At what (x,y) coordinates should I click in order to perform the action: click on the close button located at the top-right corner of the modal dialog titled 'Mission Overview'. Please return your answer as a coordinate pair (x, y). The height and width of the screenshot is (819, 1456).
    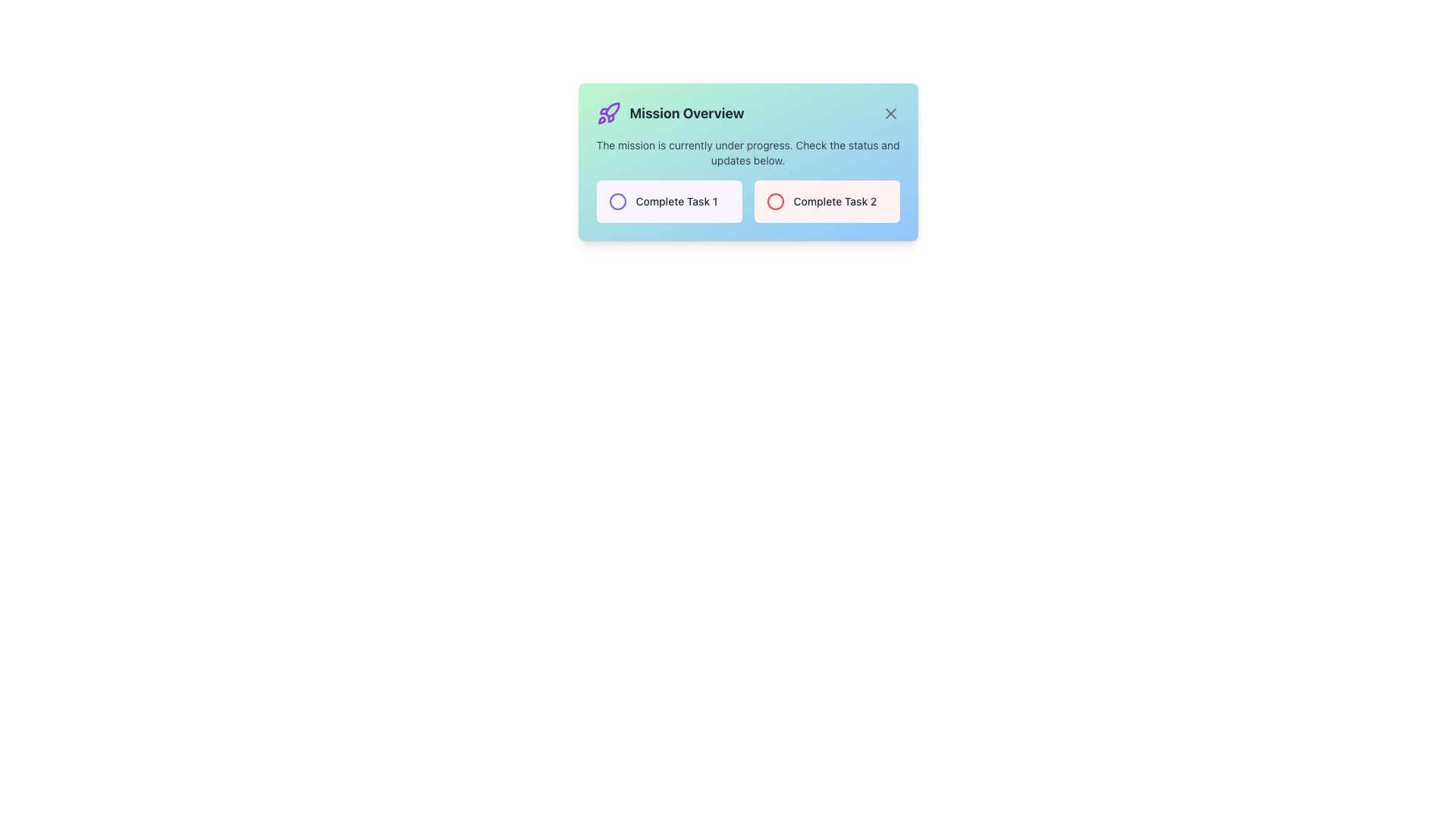
    Looking at the image, I should click on (890, 113).